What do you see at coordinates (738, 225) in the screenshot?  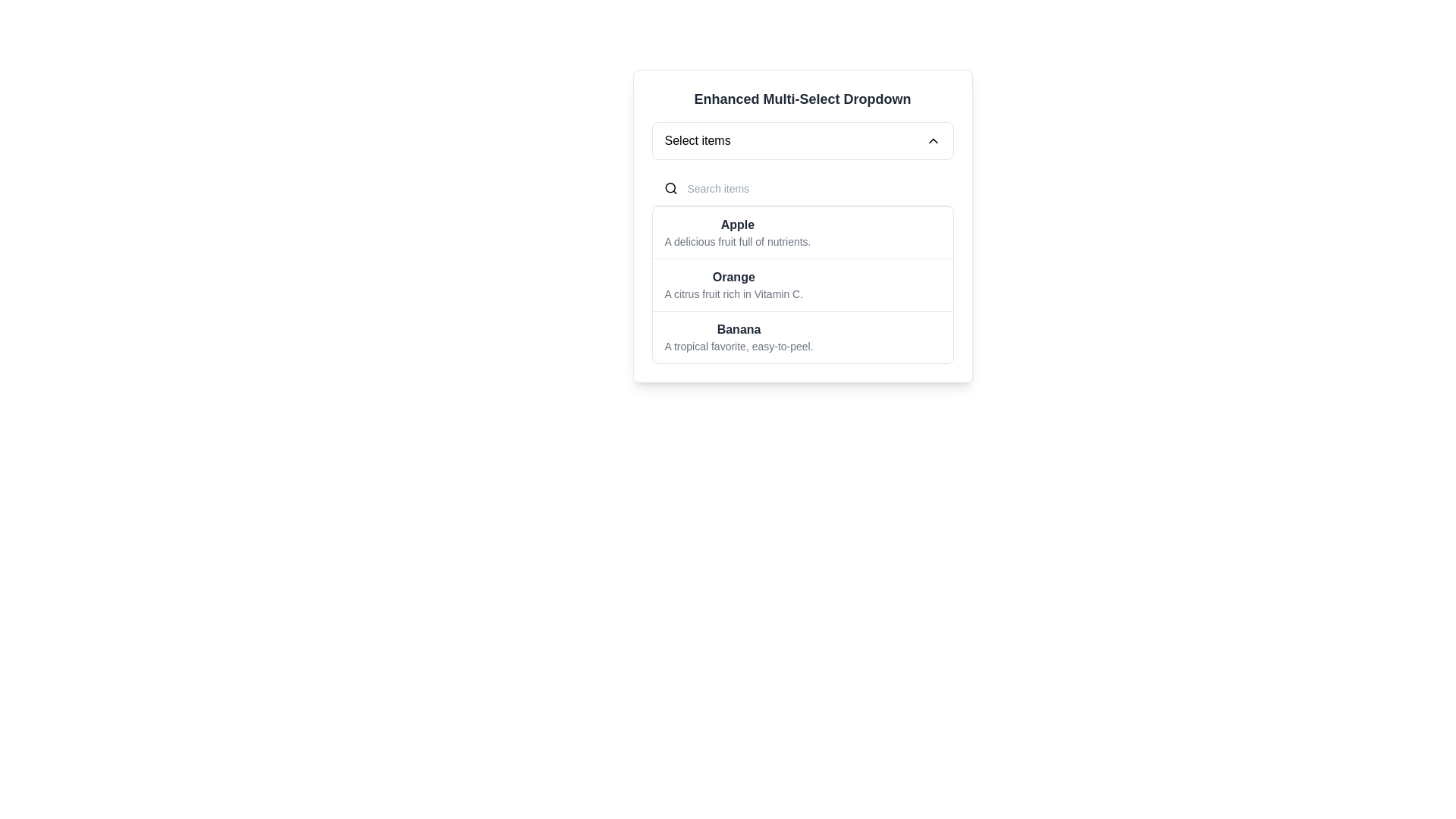 I see `the 'Apple' text label element, which is a bold dark gray font title located in a dropdown menu under the 'Search items' field` at bounding box center [738, 225].